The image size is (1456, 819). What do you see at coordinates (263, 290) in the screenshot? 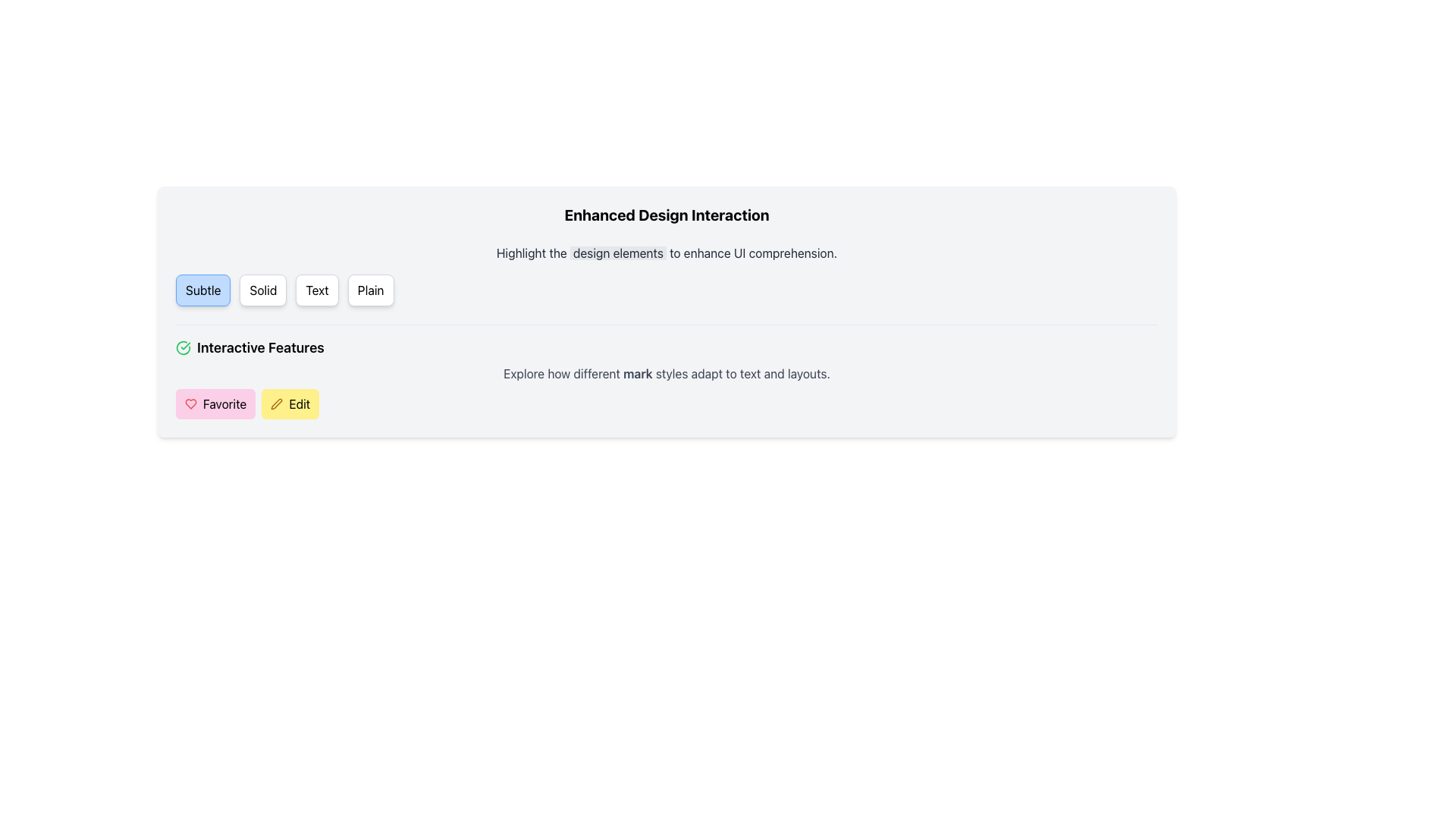
I see `the 'Solid' button, which is the second button in a group of four horizontally aligned buttons labeled 'Subtle', 'Solid', 'Text', and 'Plain'` at bounding box center [263, 290].